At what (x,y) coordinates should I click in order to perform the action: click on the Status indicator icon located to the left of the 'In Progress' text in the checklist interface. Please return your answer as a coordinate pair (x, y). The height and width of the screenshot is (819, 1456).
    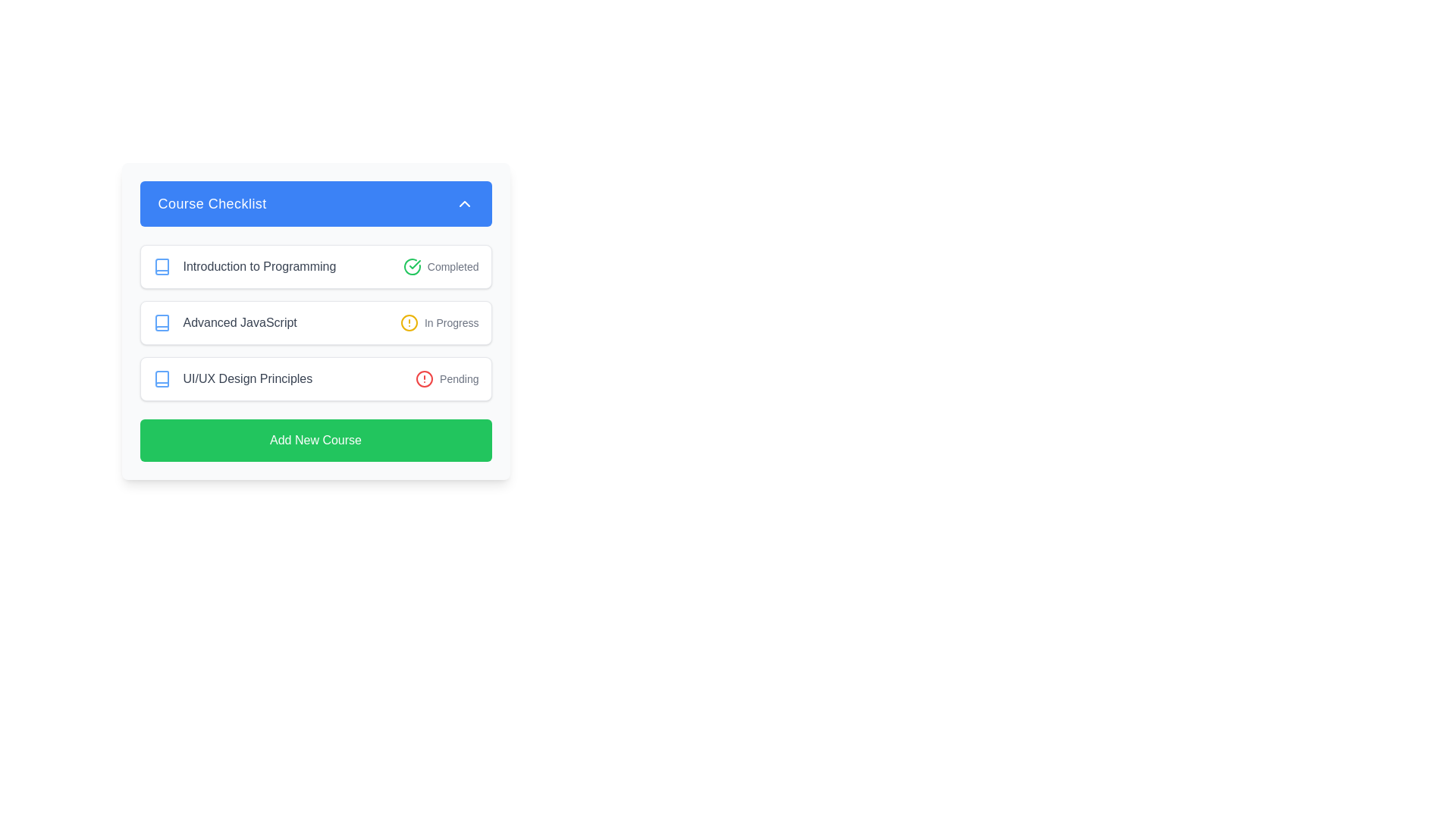
    Looking at the image, I should click on (409, 322).